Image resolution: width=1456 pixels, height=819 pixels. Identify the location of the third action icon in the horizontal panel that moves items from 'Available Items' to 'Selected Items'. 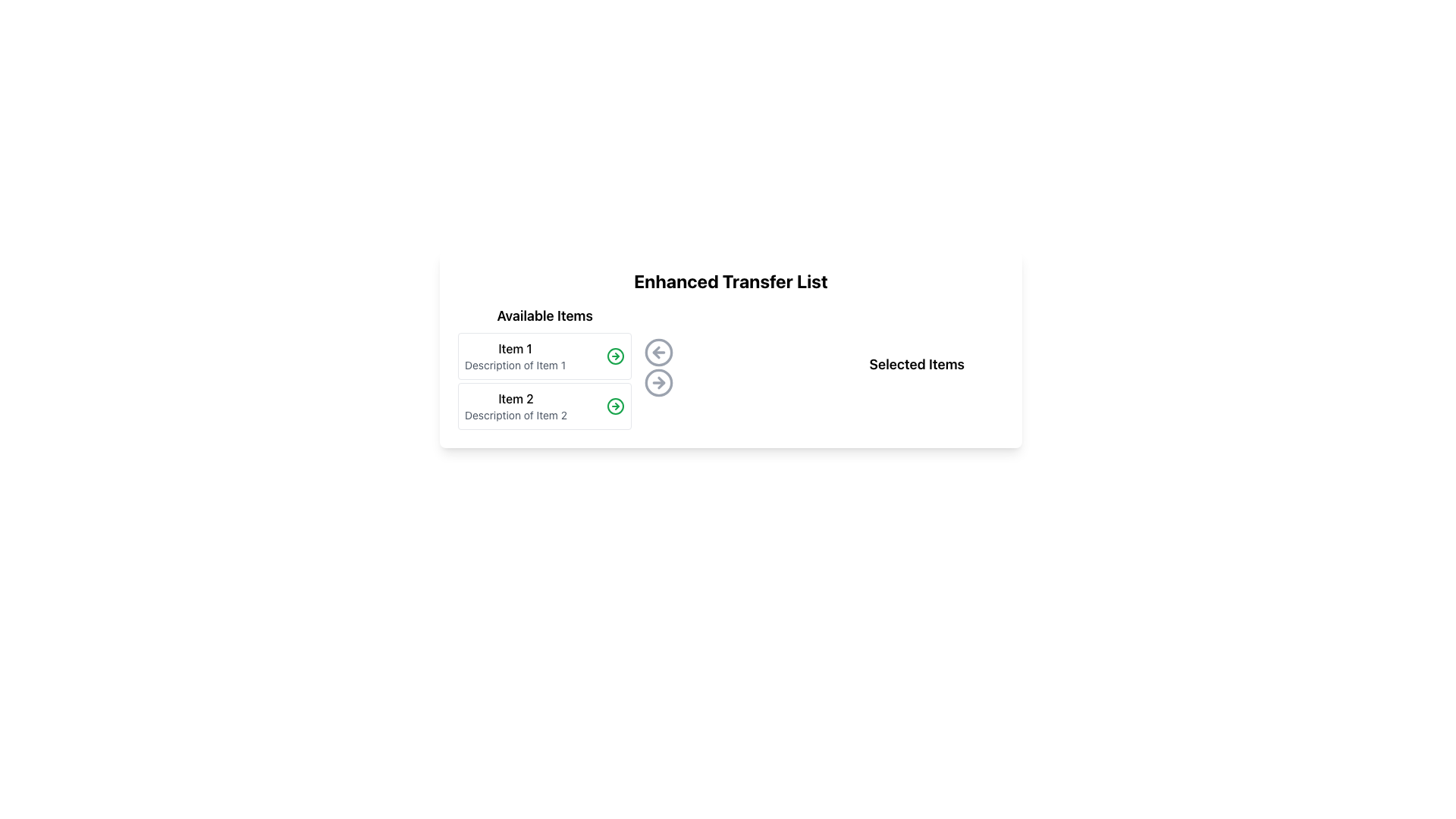
(661, 382).